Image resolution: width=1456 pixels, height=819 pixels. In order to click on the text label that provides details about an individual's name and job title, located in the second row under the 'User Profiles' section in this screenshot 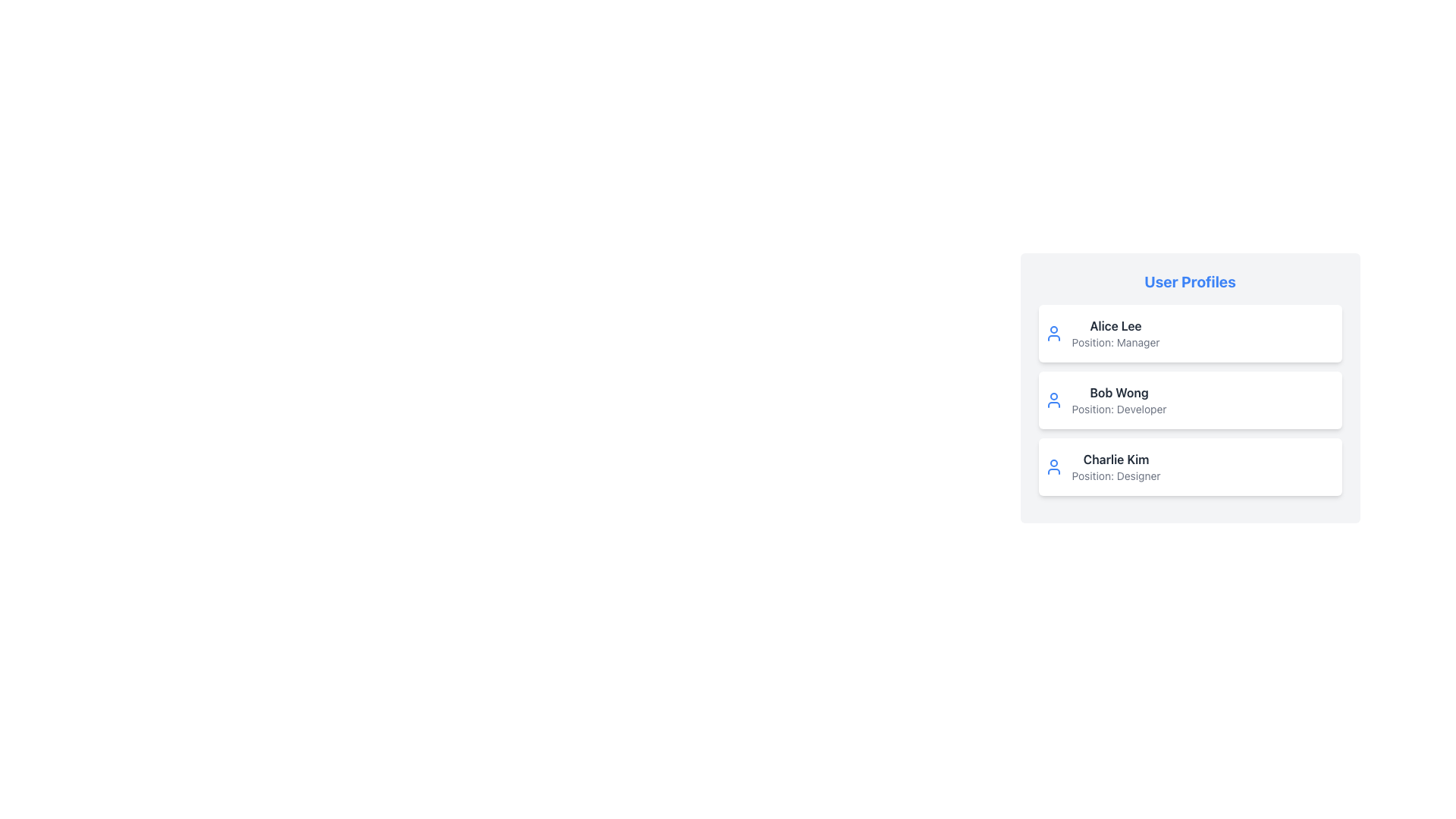, I will do `click(1119, 400)`.